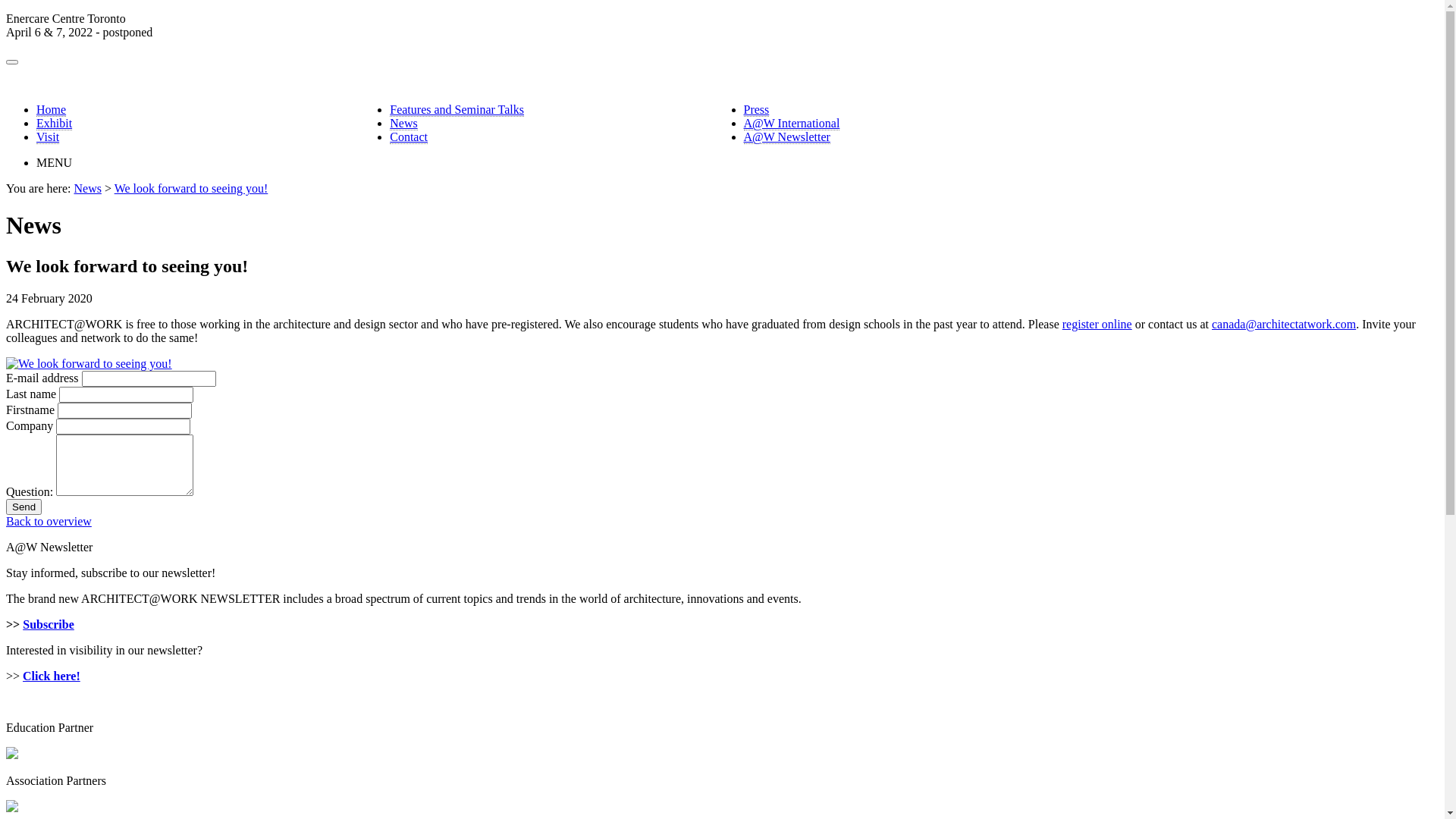 The width and height of the screenshot is (1456, 819). Describe the element at coordinates (24, 507) in the screenshot. I see `'Send'` at that location.